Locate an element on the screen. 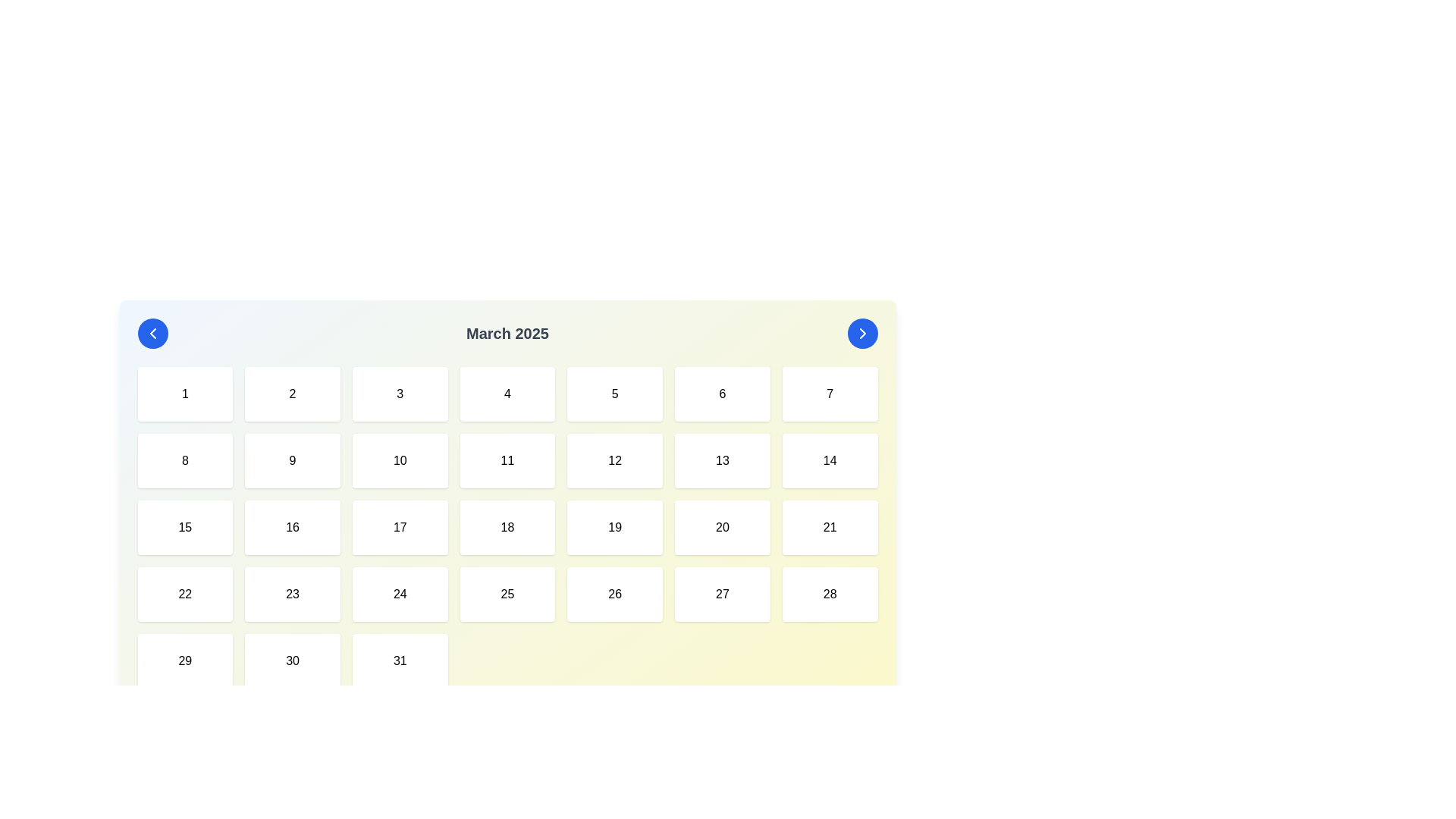 Image resolution: width=1456 pixels, height=819 pixels. the second day button in the calendar view is located at coordinates (293, 394).